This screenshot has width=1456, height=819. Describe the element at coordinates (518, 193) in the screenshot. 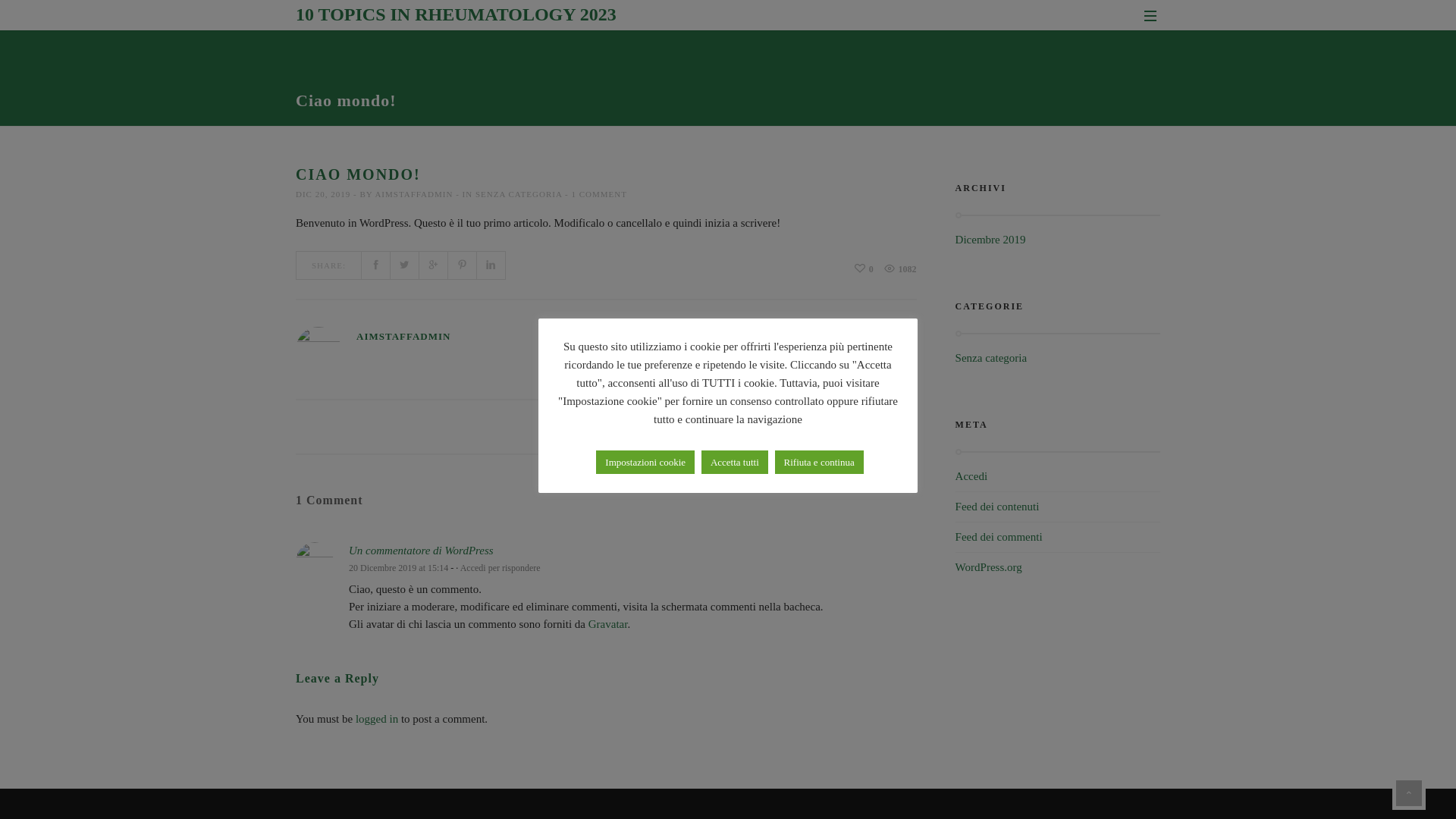

I see `'SENZA CATEGORIA'` at that location.